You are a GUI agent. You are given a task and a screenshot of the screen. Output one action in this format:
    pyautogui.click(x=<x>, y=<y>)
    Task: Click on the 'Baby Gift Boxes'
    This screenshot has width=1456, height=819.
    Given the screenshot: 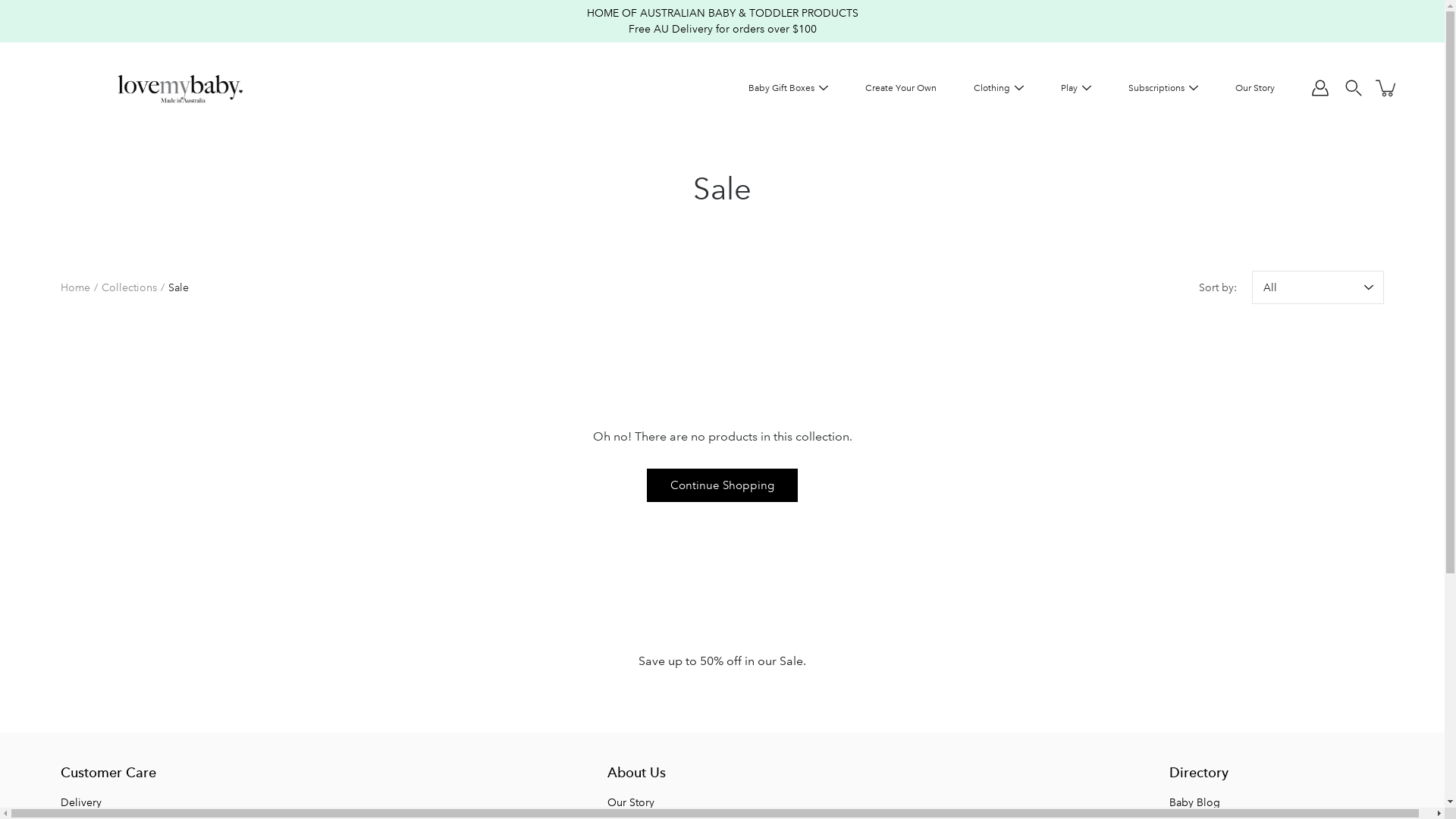 What is the action you would take?
    pyautogui.click(x=781, y=88)
    